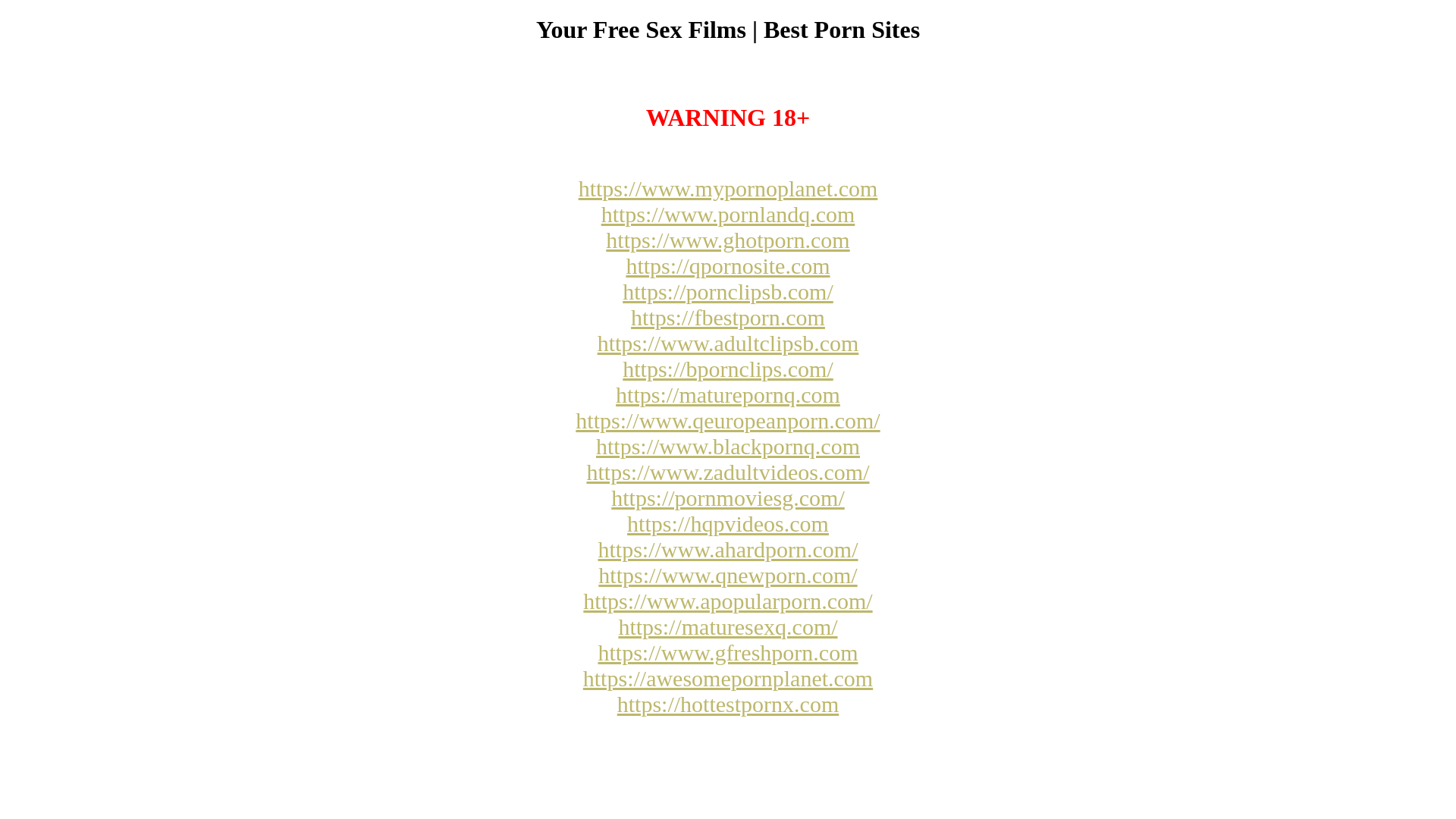  Describe the element at coordinates (728, 445) in the screenshot. I see `'https://www.blackpornq.com'` at that location.